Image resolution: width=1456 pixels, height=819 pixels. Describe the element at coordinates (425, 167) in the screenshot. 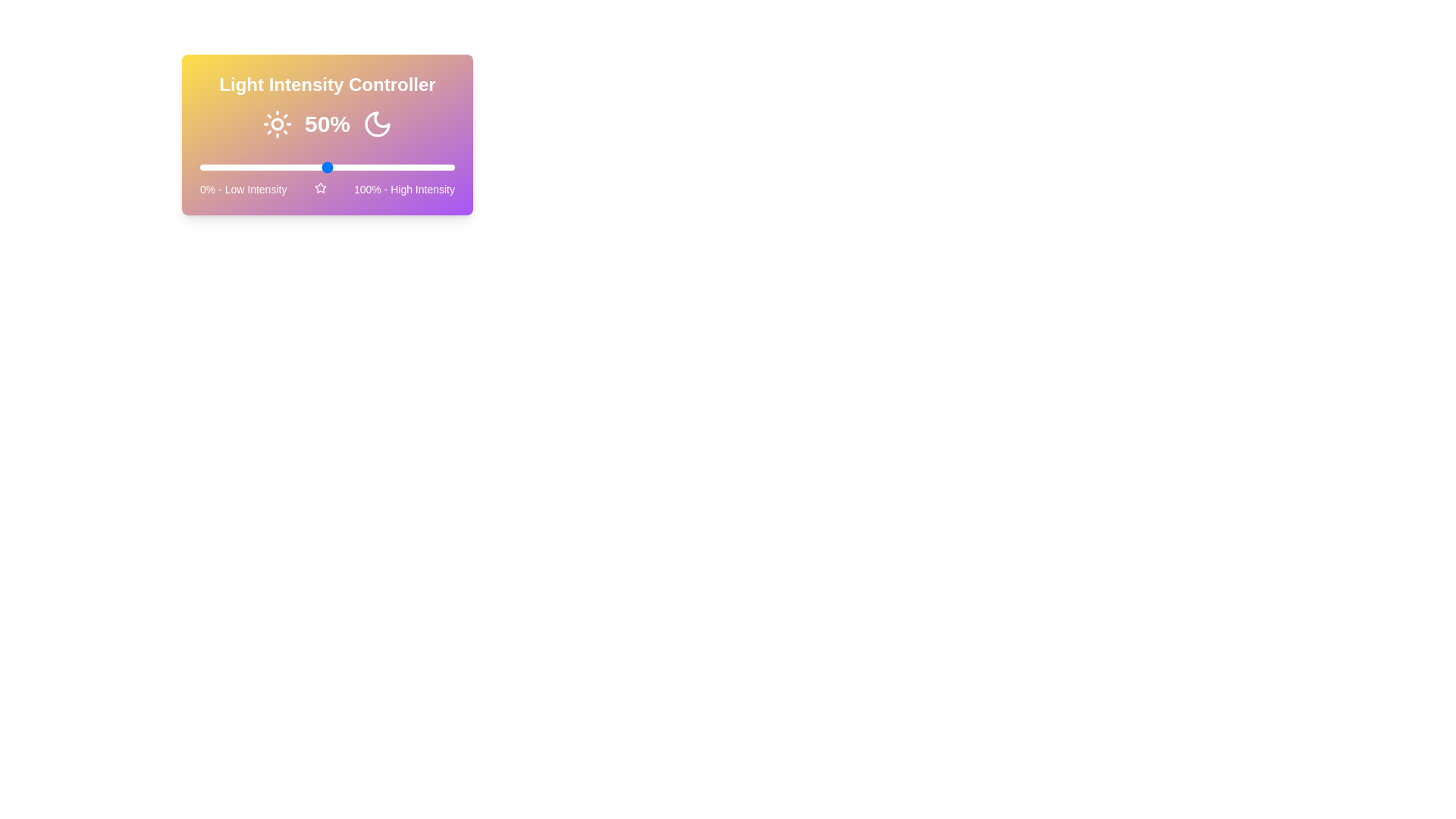

I see `the light intensity to 89%, where 89 is a value between 0 and 100` at that location.